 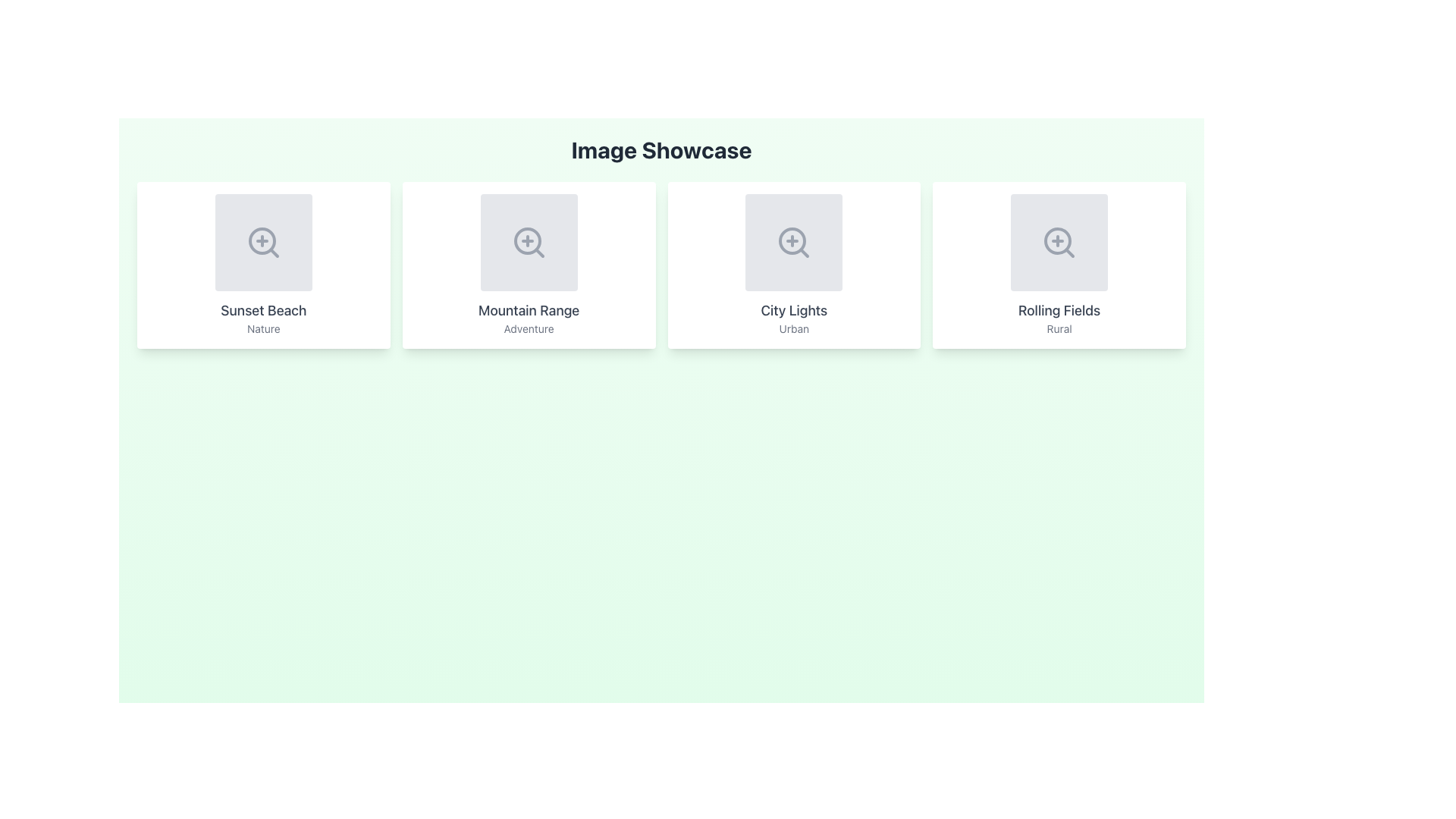 I want to click on the diagonal line of the magnifying glass icon within the 'Mountain Range' image card, so click(x=539, y=252).